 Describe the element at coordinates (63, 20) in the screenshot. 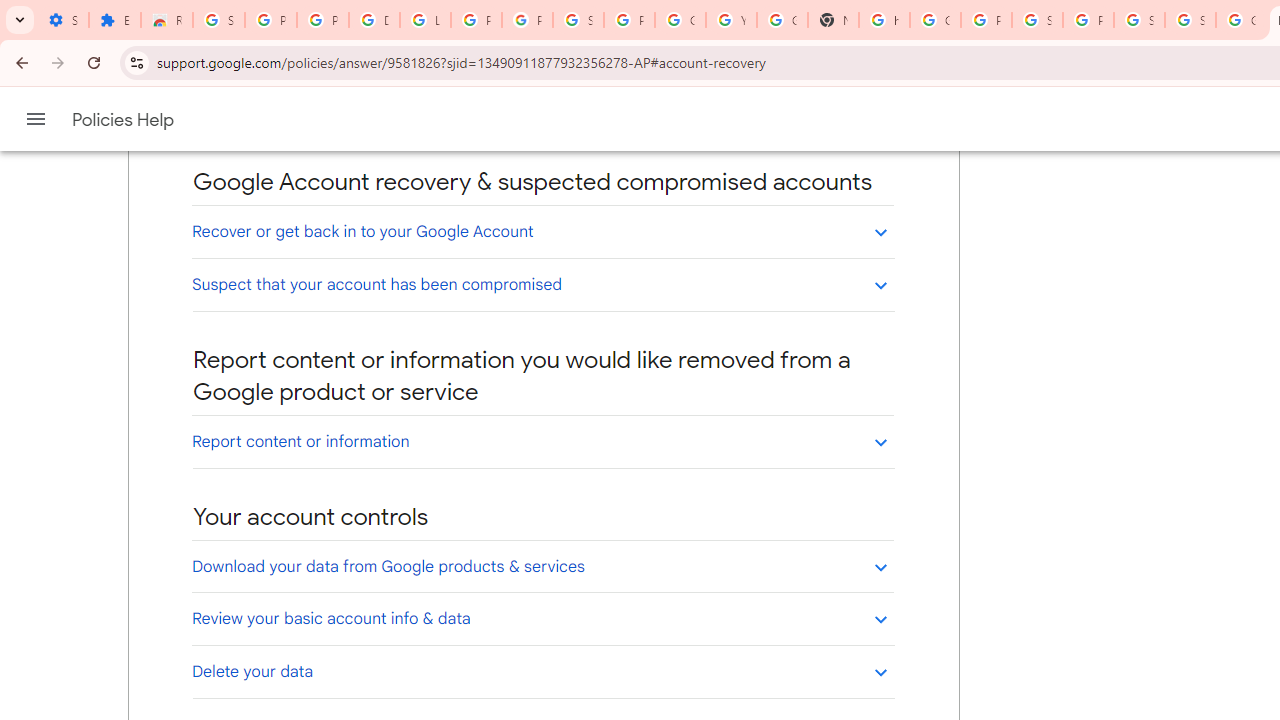

I see `'Settings - On startup'` at that location.